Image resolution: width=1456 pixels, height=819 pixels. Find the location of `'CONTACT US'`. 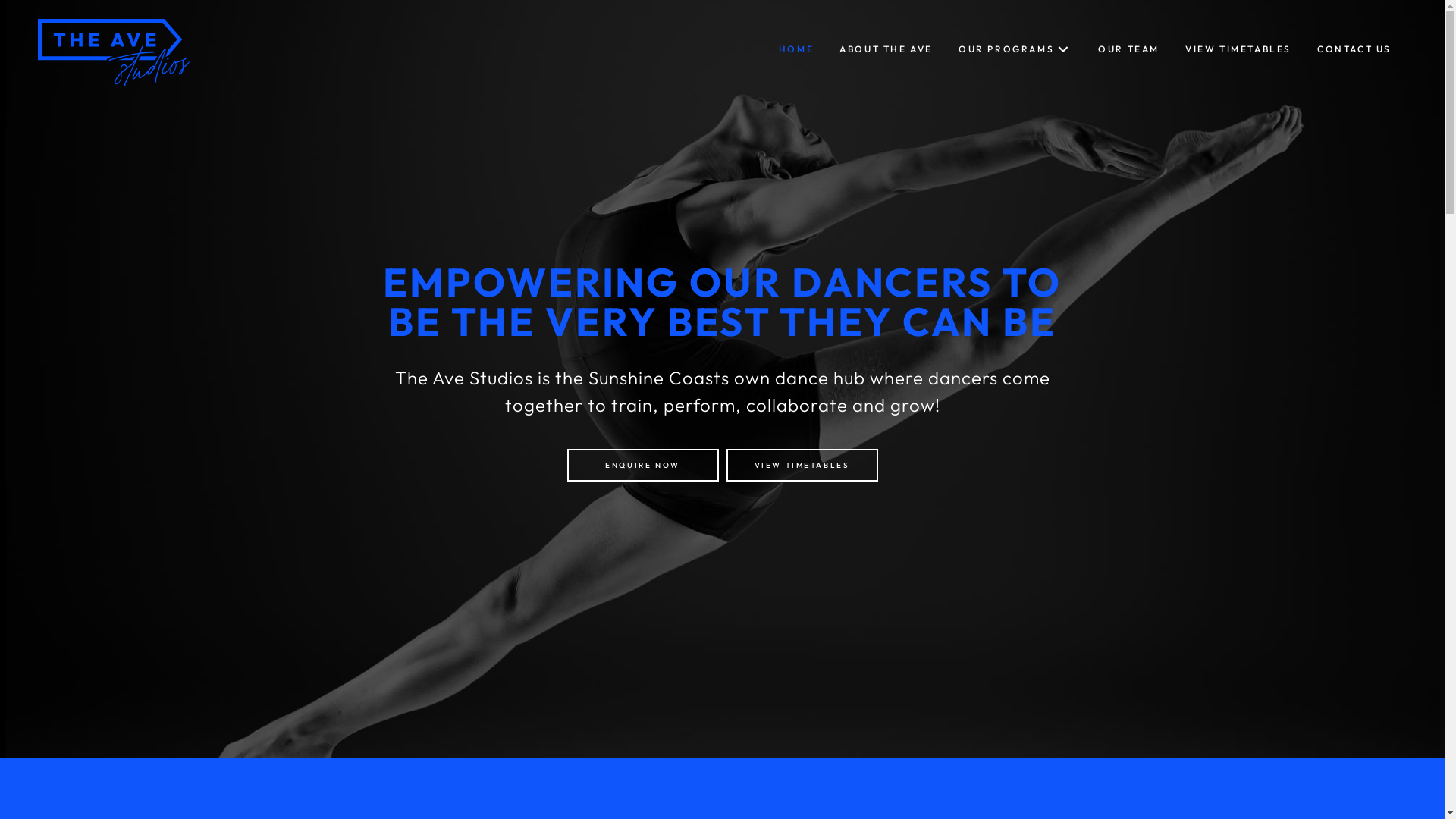

'CONTACT US' is located at coordinates (1354, 49).